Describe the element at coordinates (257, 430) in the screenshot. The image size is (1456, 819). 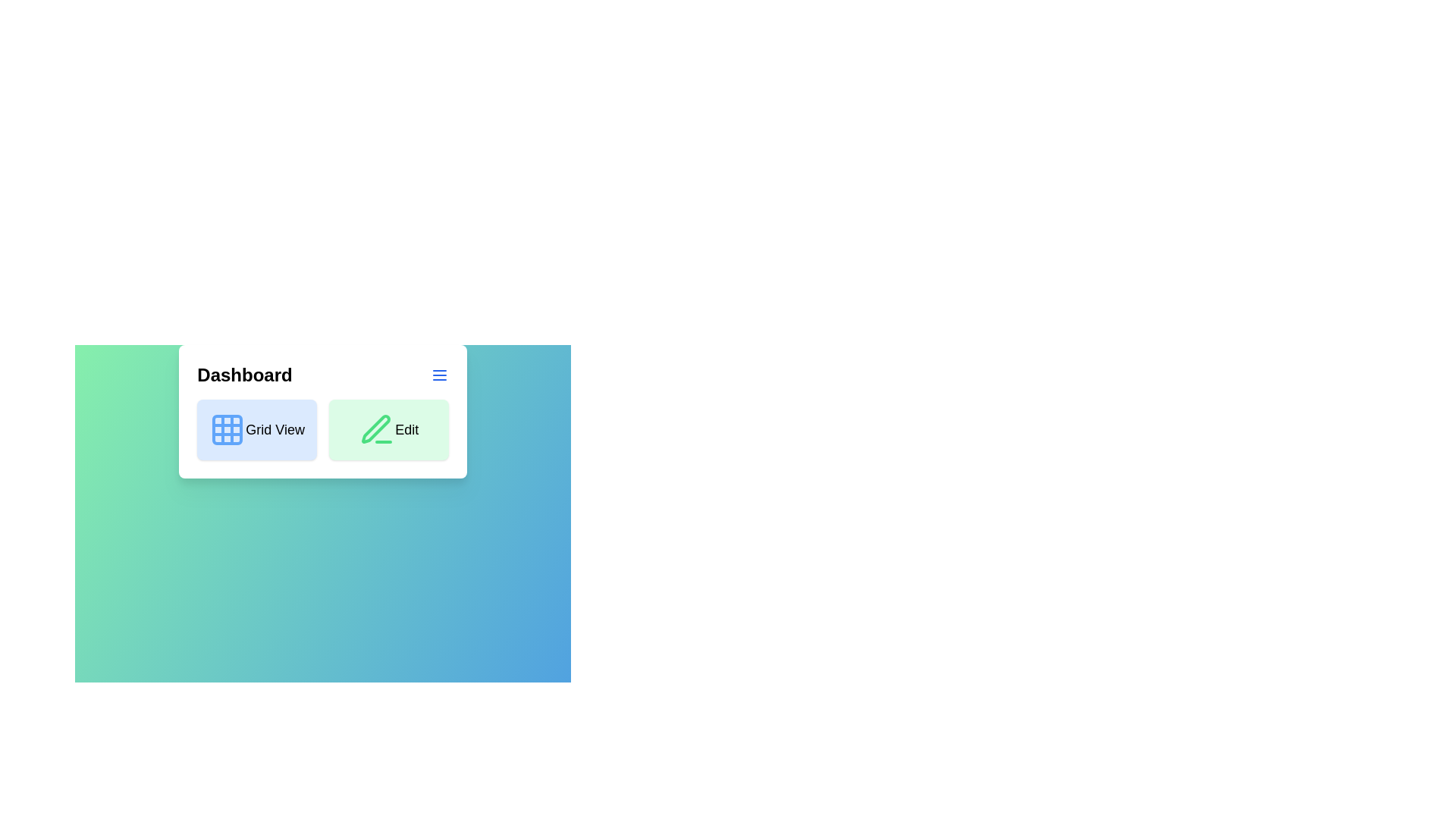
I see `the interactive element Grid View to observe its visual feedback` at that location.